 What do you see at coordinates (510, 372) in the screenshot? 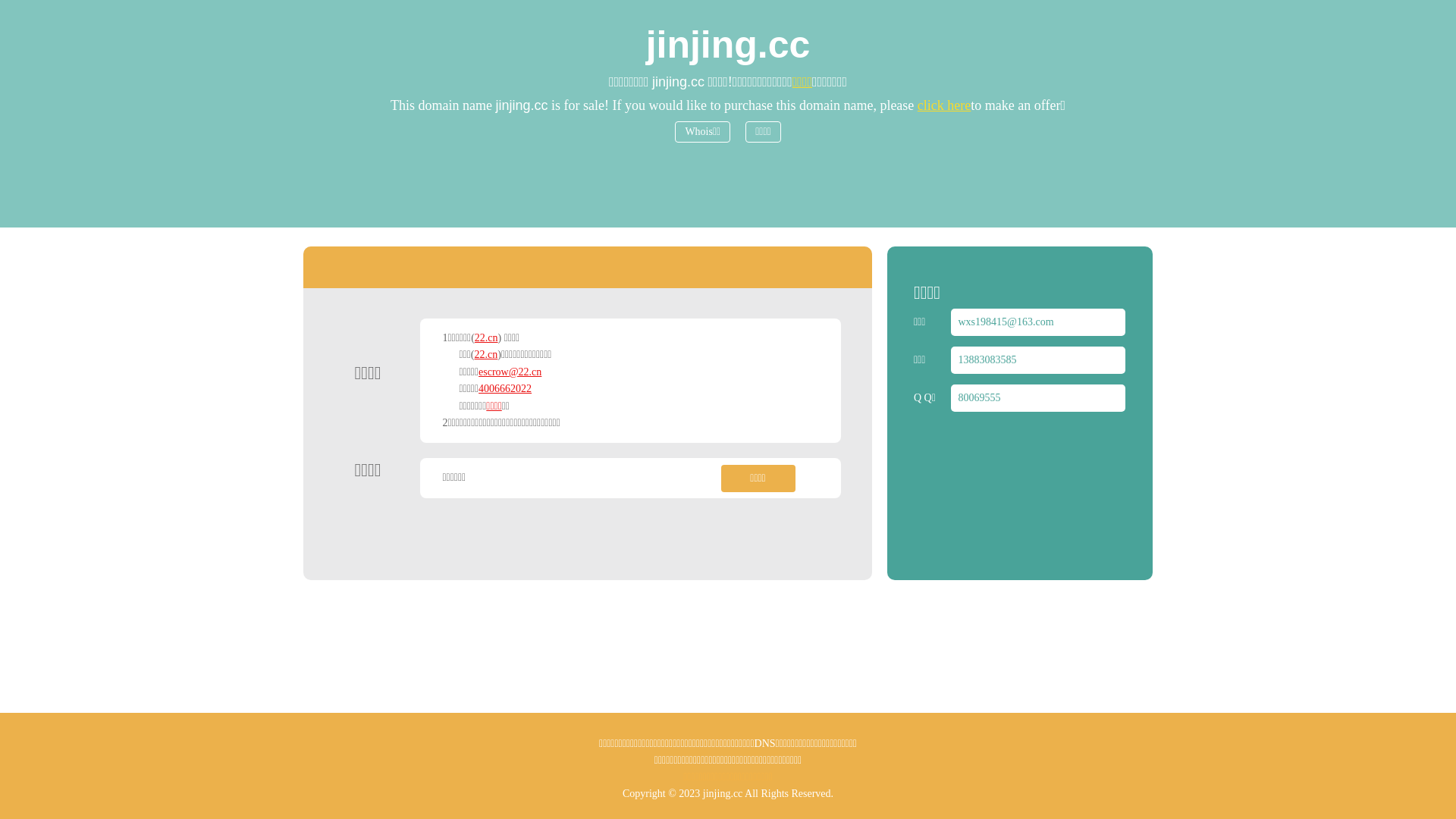
I see `'escrow@22.cn'` at bounding box center [510, 372].